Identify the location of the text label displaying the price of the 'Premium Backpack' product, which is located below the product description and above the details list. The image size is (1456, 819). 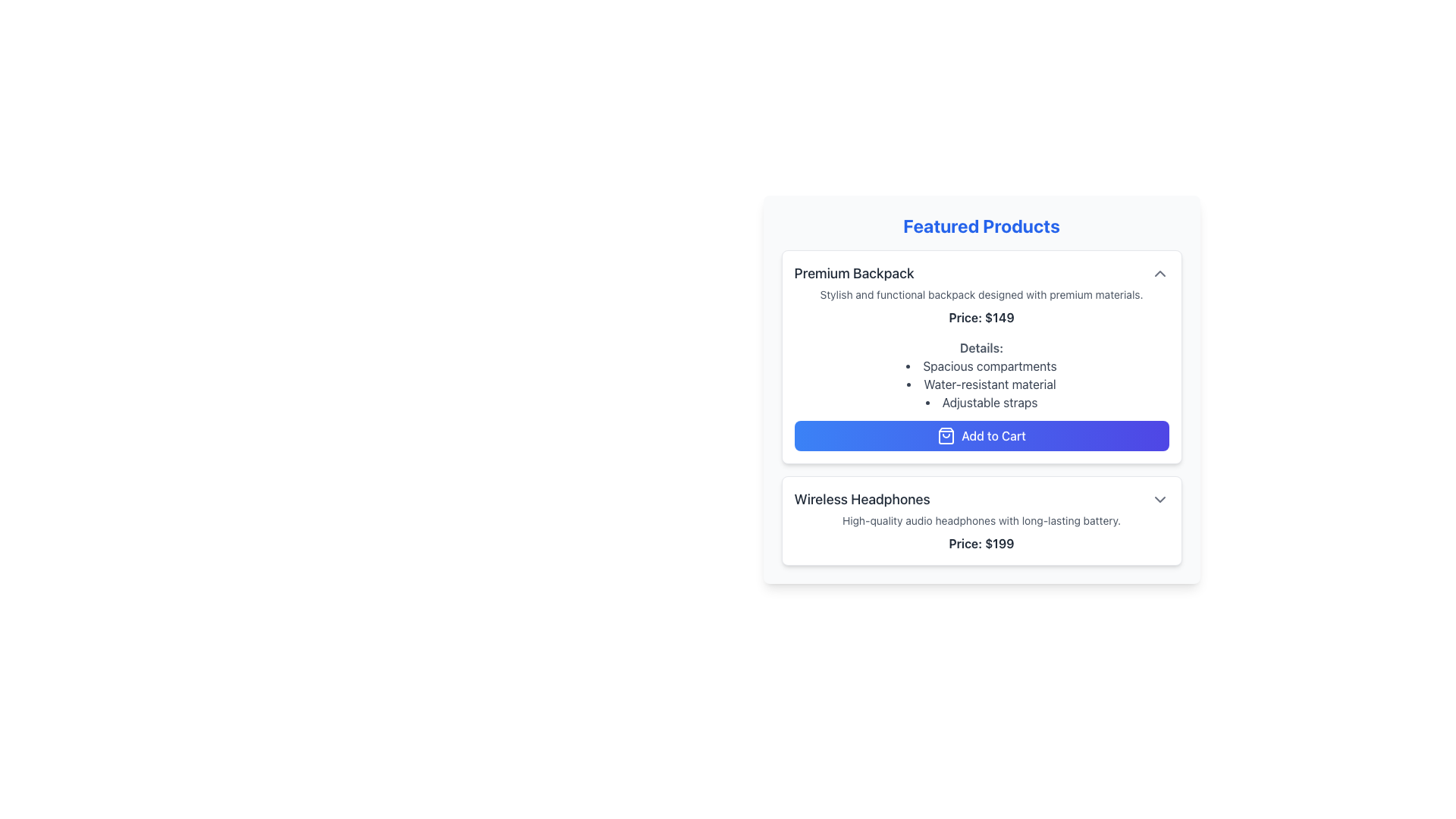
(981, 317).